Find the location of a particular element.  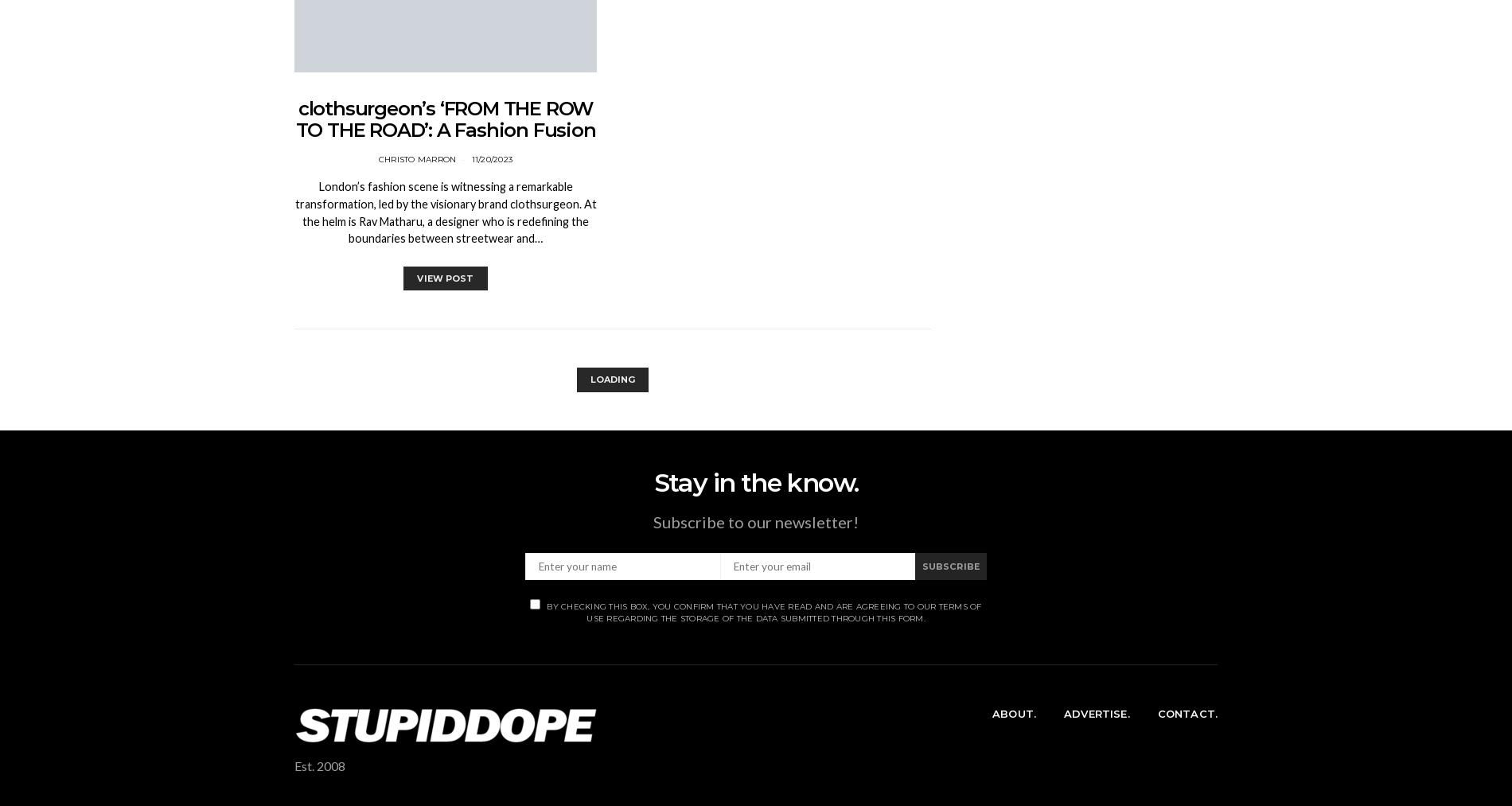

'View Post' is located at coordinates (445, 277).